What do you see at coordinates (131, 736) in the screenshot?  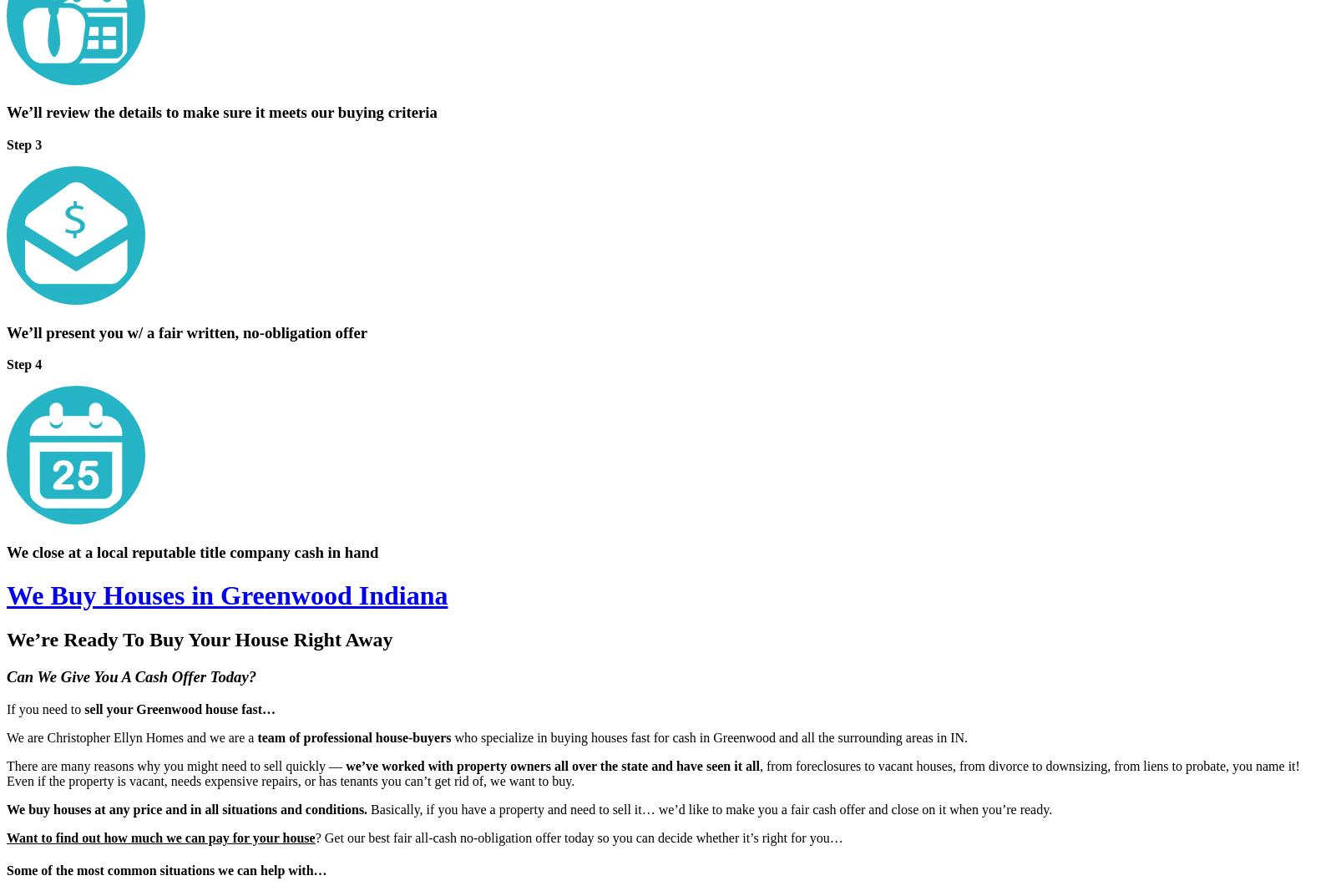 I see `'We are Christopher Ellyn Homes  and we are a'` at bounding box center [131, 736].